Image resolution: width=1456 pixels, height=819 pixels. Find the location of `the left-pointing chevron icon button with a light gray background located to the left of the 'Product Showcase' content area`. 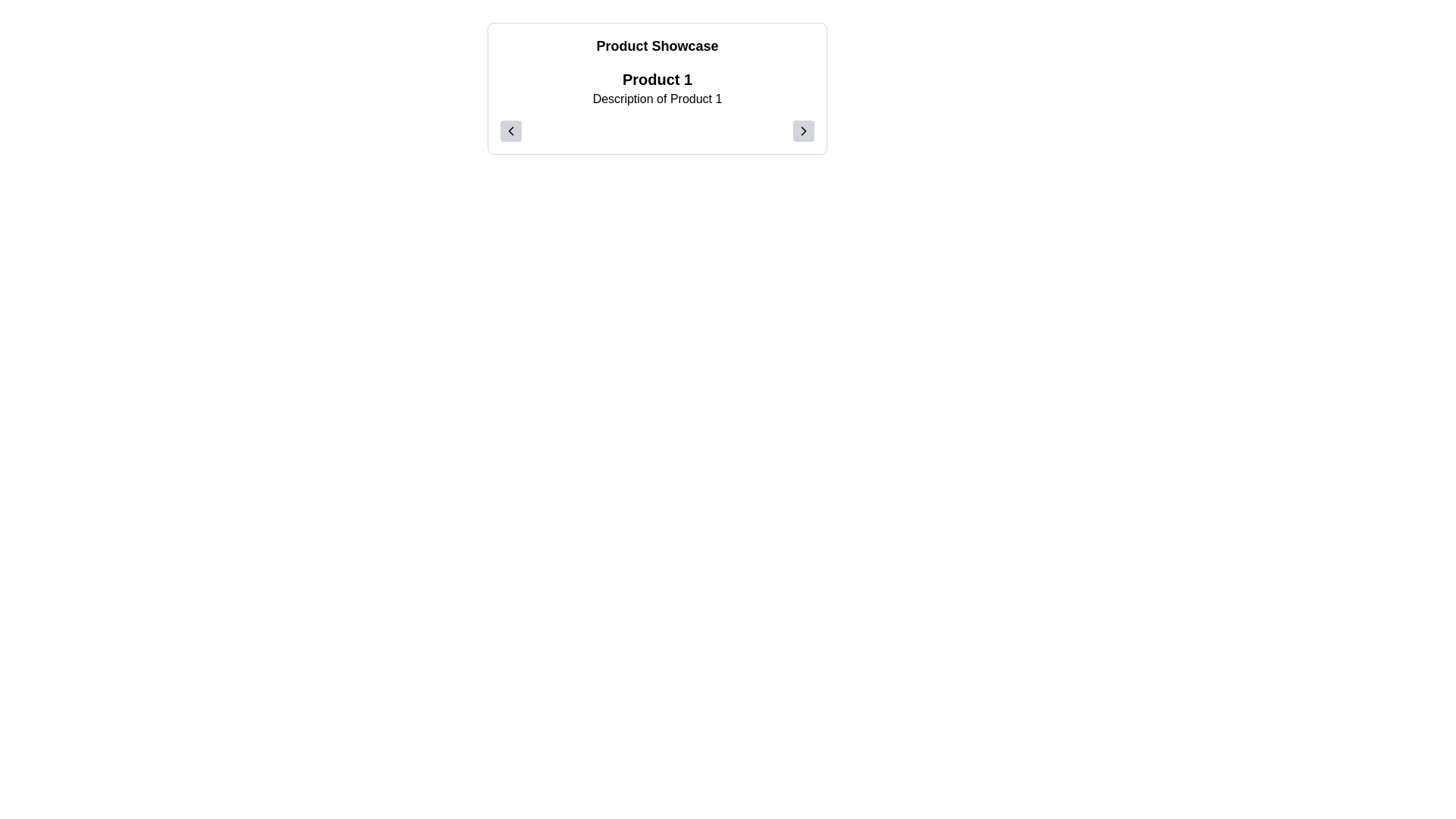

the left-pointing chevron icon button with a light gray background located to the left of the 'Product Showcase' content area is located at coordinates (510, 130).